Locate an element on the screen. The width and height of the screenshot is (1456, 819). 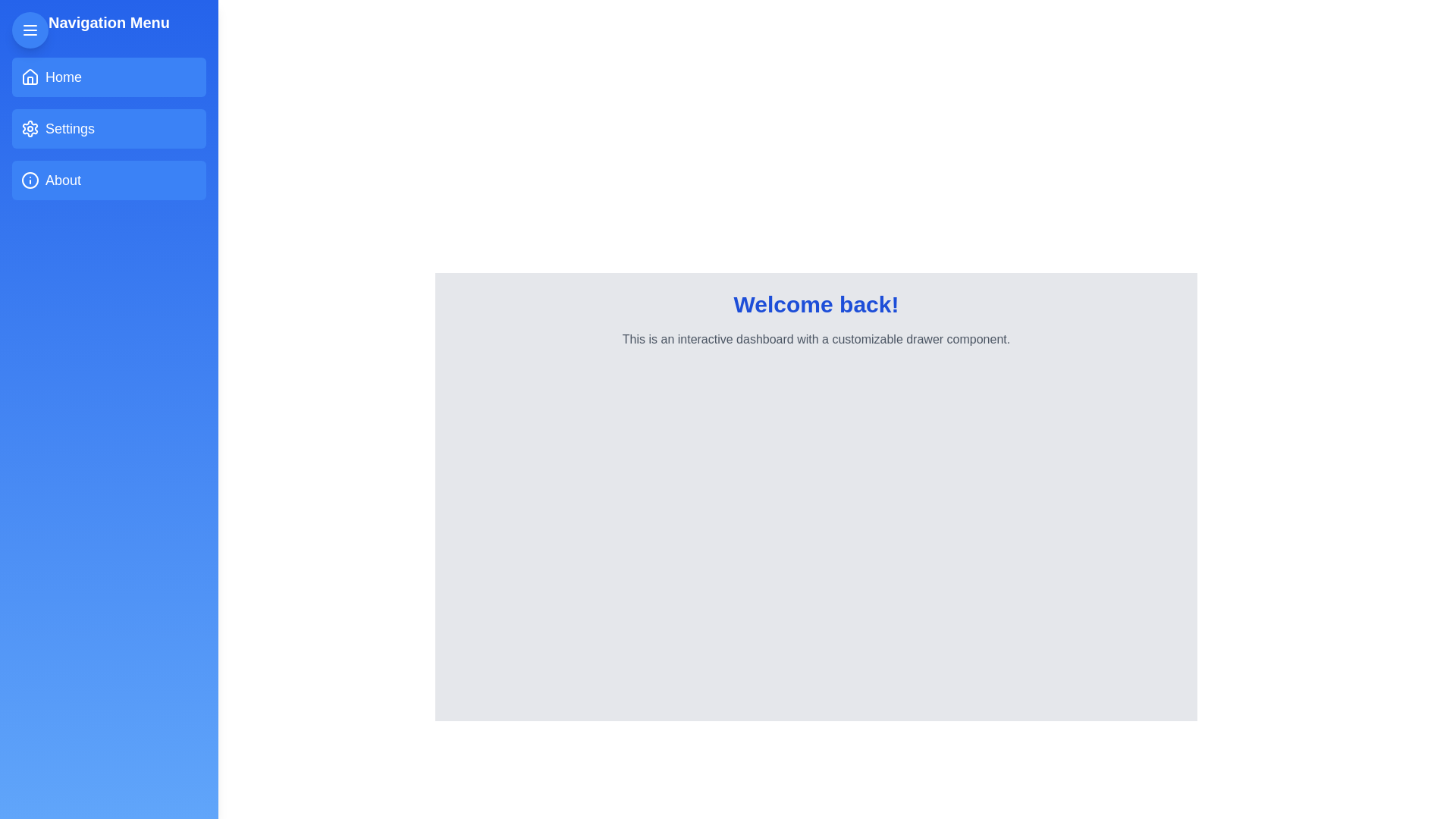
the About item from the navigation menu is located at coordinates (108, 180).